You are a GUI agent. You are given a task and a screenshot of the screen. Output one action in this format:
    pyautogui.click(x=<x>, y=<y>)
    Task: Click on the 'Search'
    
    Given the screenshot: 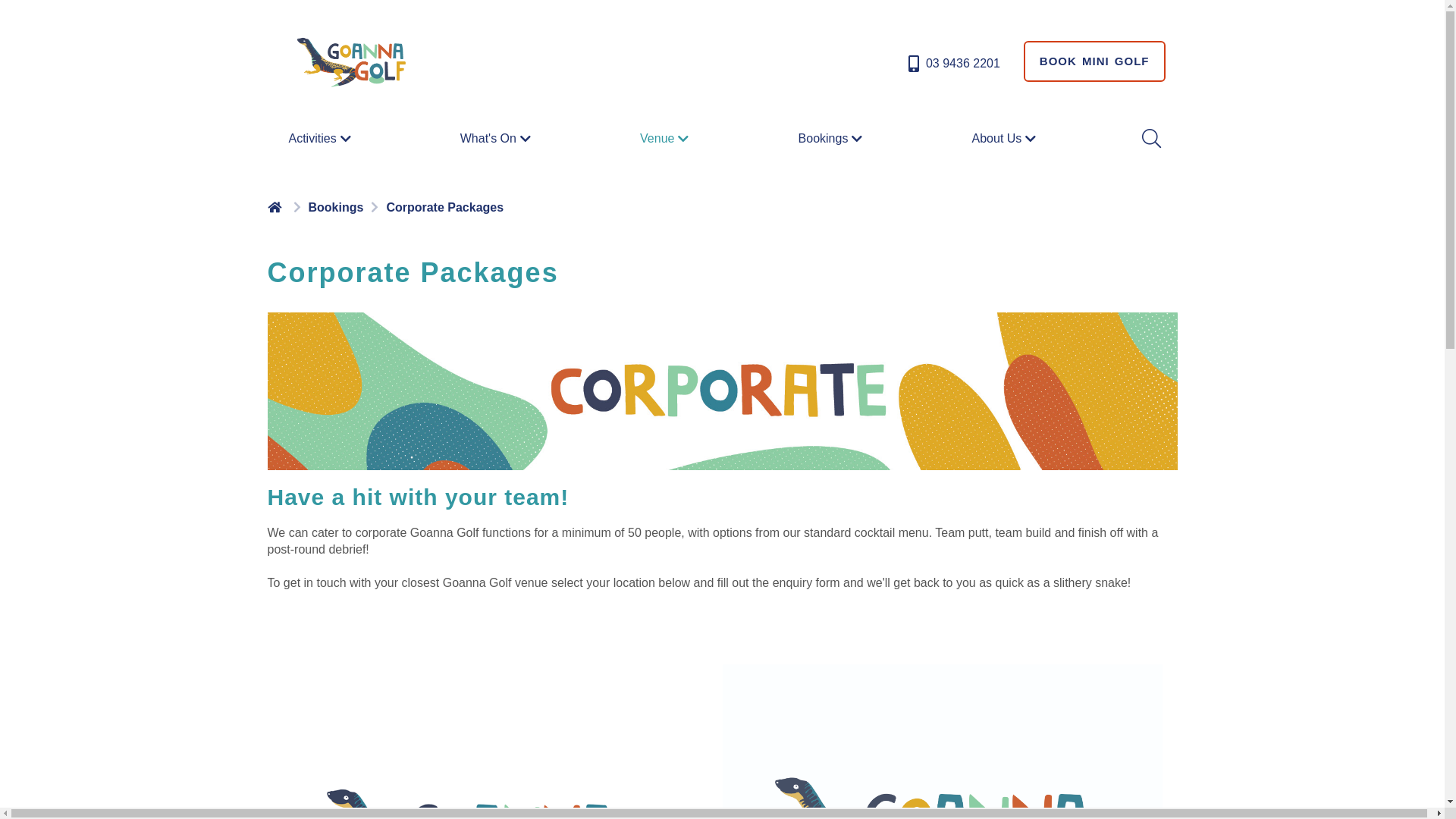 What is the action you would take?
    pyautogui.click(x=1139, y=138)
    